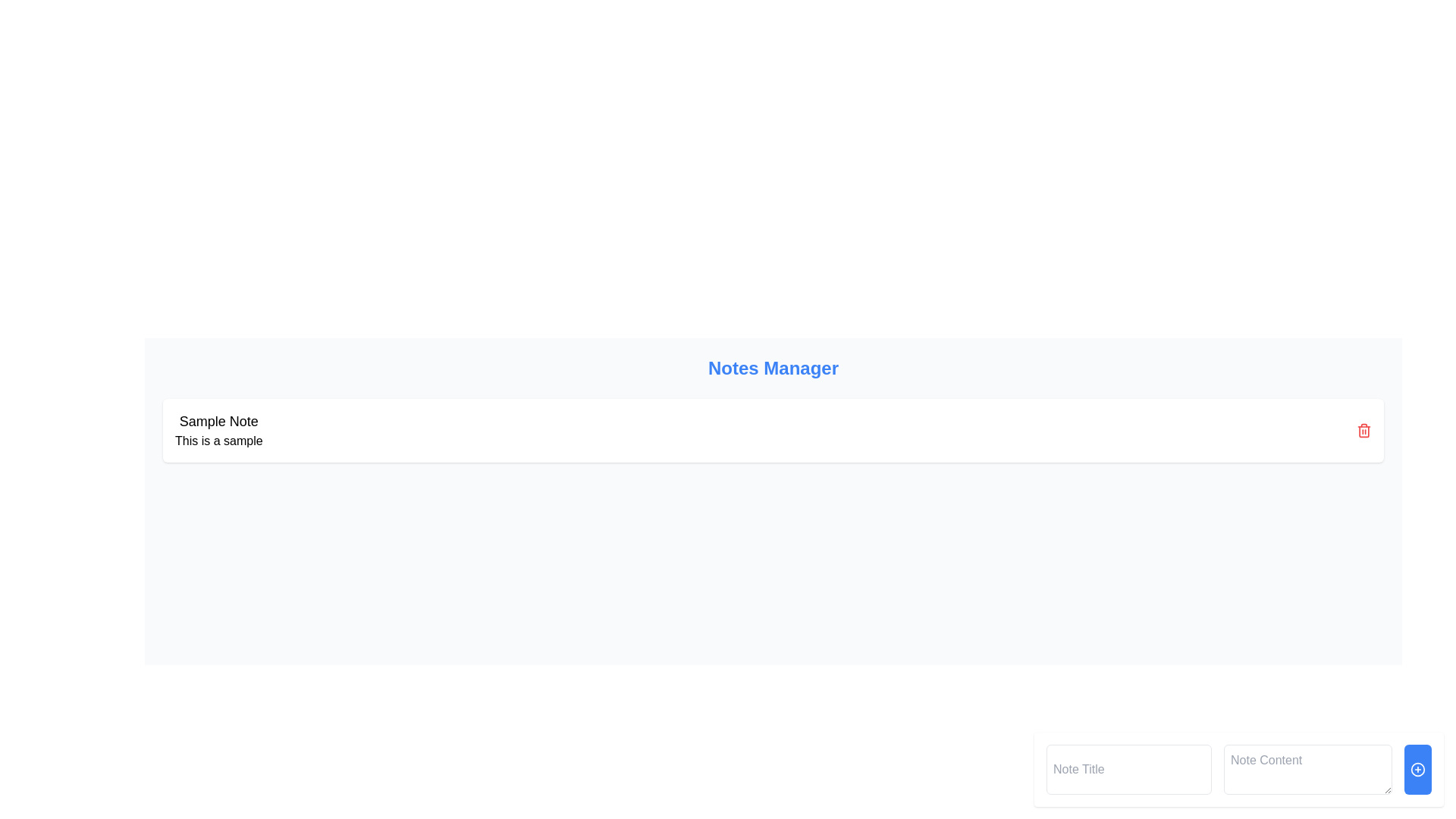 The image size is (1456, 819). Describe the element at coordinates (1364, 430) in the screenshot. I see `the icon button located at the top-right corner of the note entry bar` at that location.